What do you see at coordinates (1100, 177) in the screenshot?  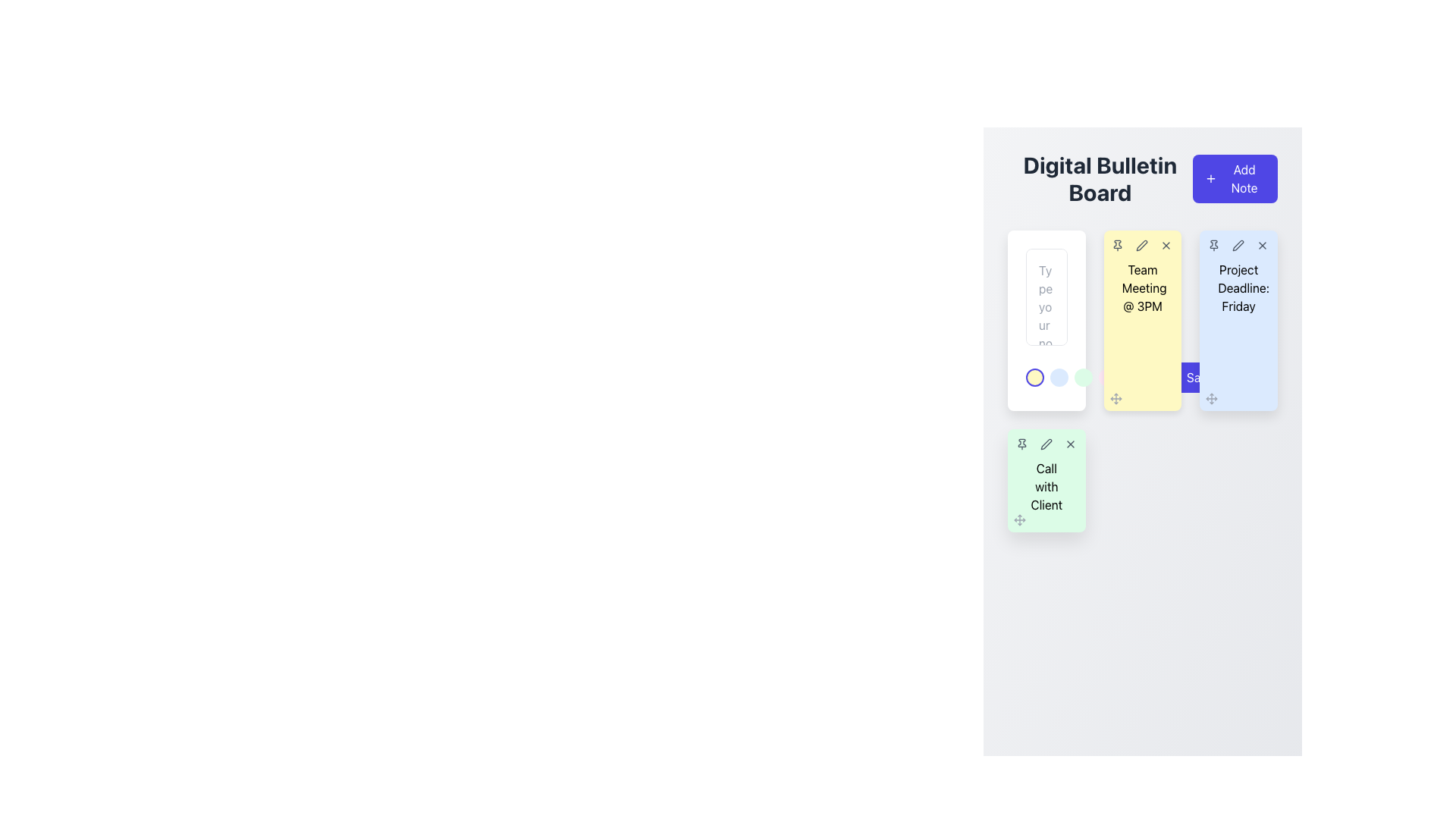 I see `text element that displays 'Digital Bulletin Board', which is bold, large, and centrally aligned at the top-left section of the layout` at bounding box center [1100, 177].